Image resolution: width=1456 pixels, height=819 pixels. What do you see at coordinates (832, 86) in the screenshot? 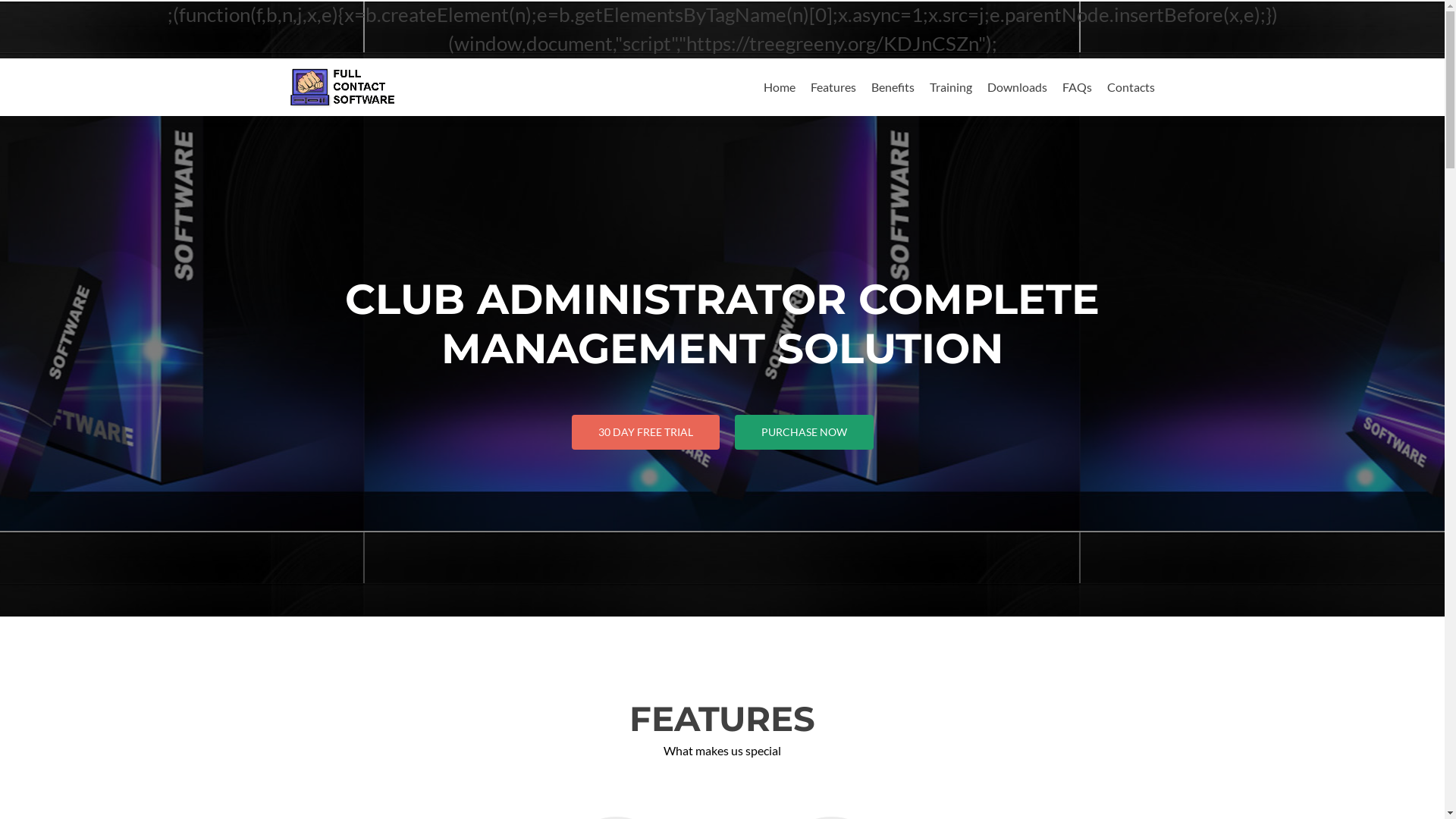
I see `'Features'` at bounding box center [832, 86].